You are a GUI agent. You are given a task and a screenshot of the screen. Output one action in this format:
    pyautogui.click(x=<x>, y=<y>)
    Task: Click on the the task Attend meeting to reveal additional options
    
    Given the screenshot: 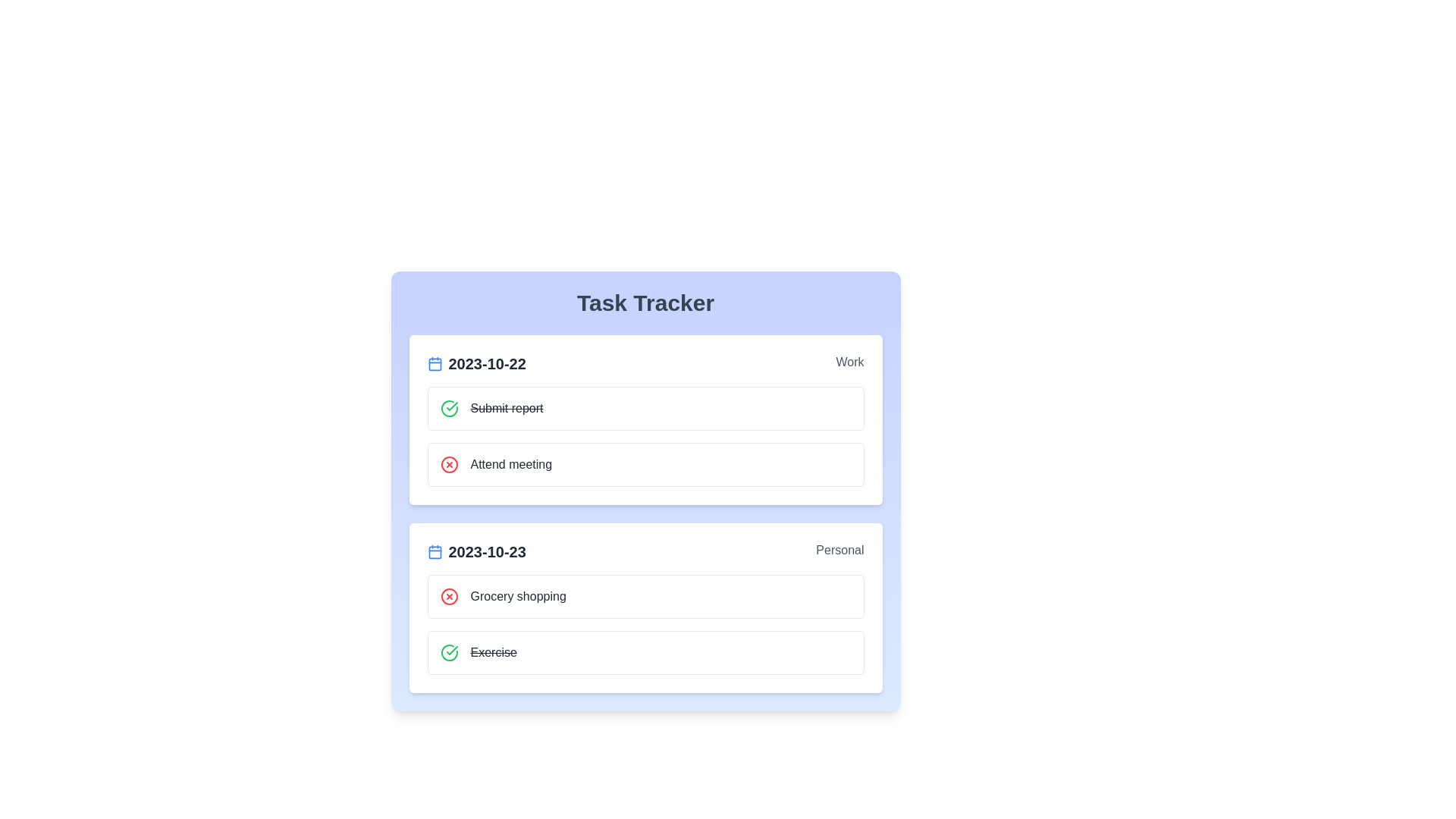 What is the action you would take?
    pyautogui.click(x=511, y=464)
    